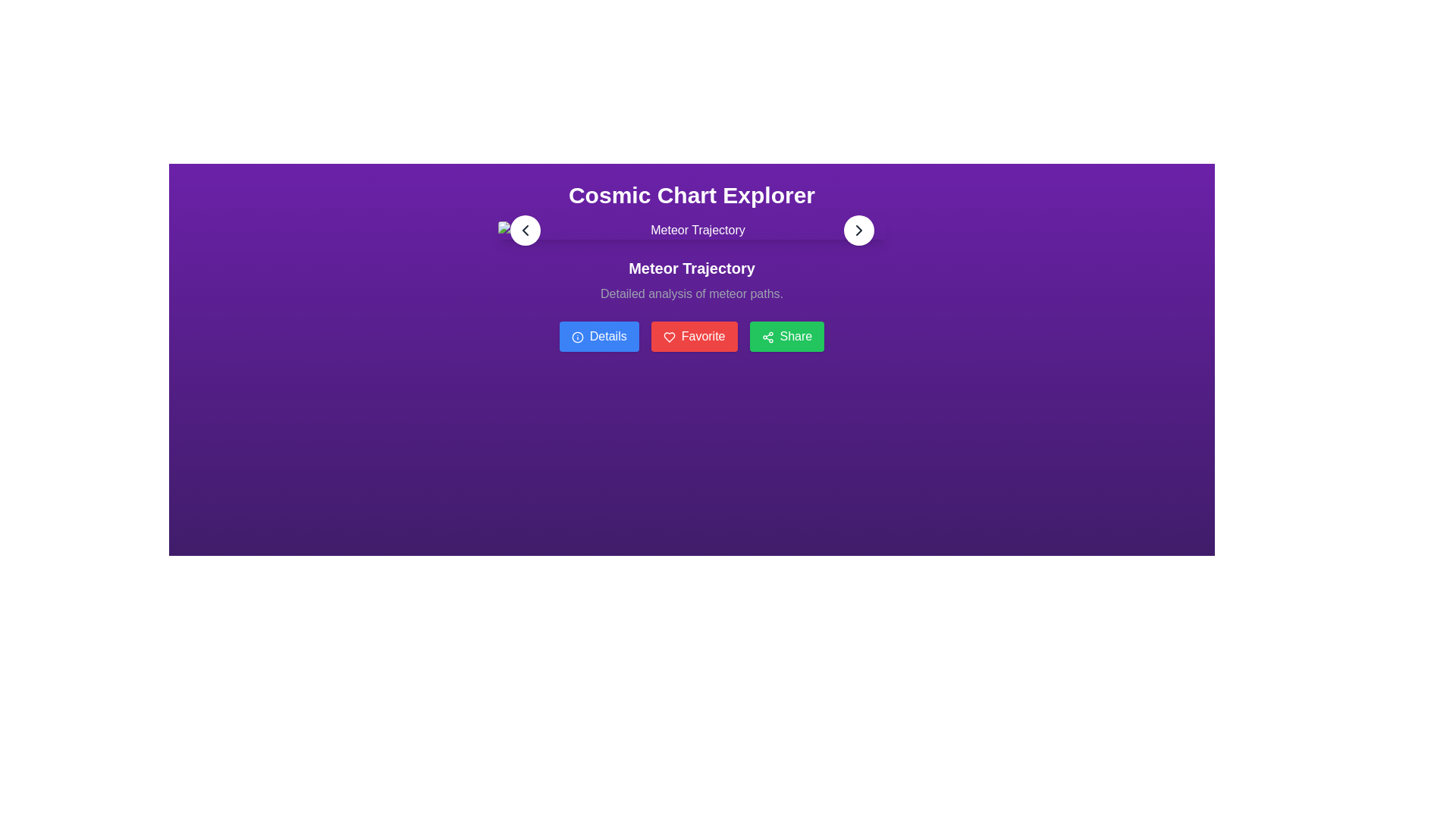 The image size is (1456, 819). Describe the element at coordinates (525, 231) in the screenshot. I see `the leftward-pointing chevron icon` at that location.